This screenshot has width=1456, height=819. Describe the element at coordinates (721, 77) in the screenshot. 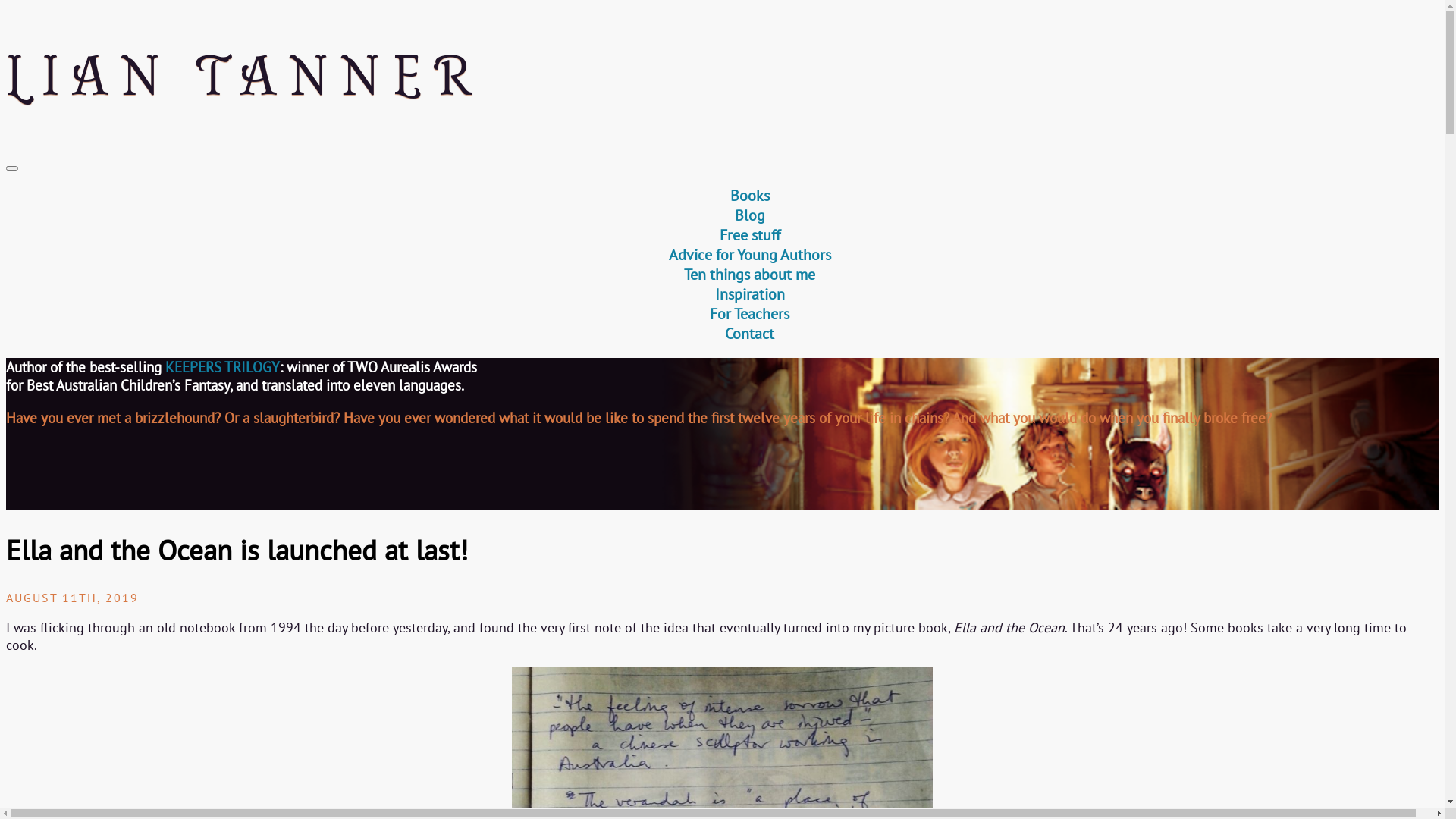

I see `'LIAN TANNER'` at that location.